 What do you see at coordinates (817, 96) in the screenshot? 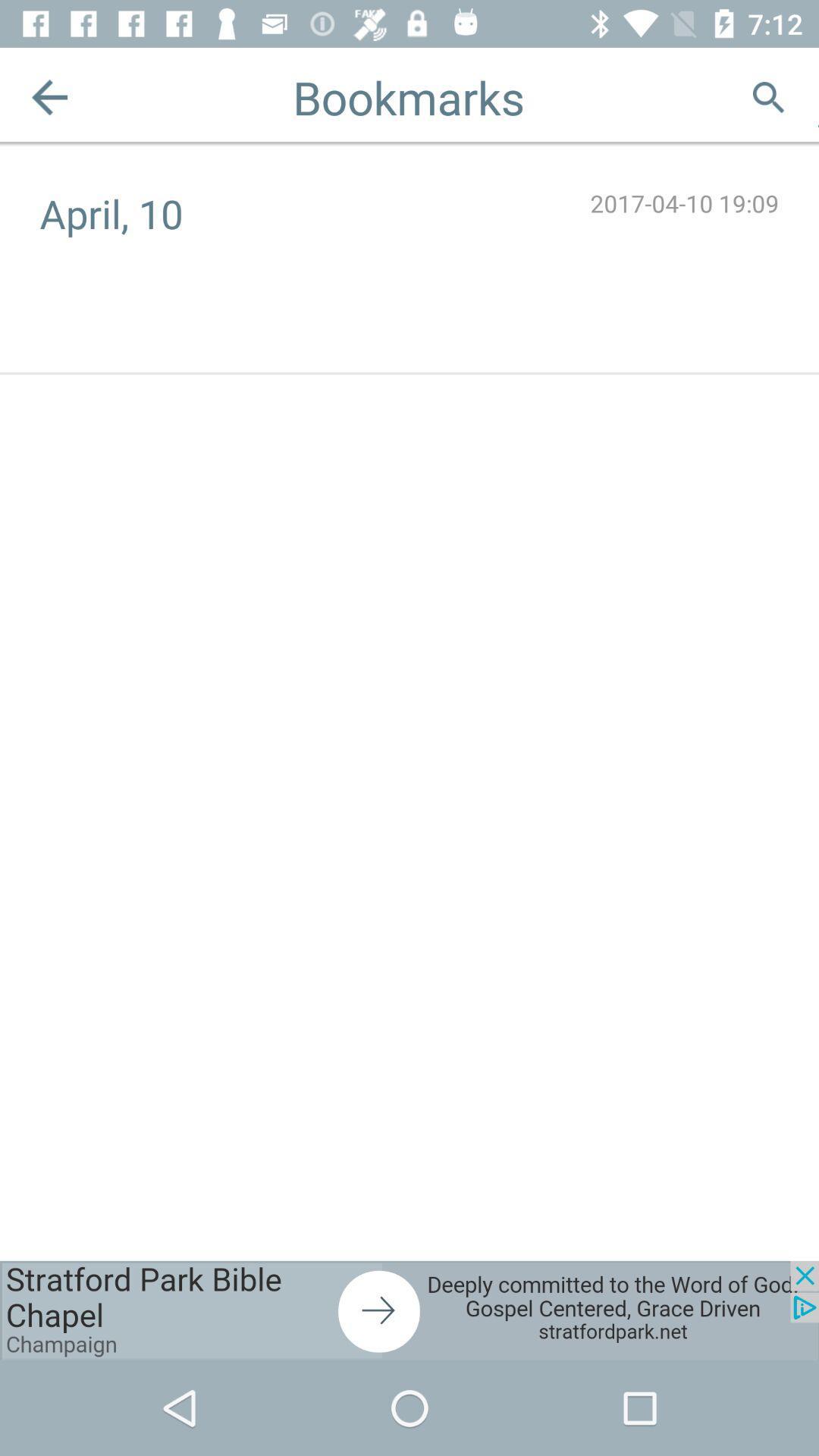
I see `white pega` at bounding box center [817, 96].